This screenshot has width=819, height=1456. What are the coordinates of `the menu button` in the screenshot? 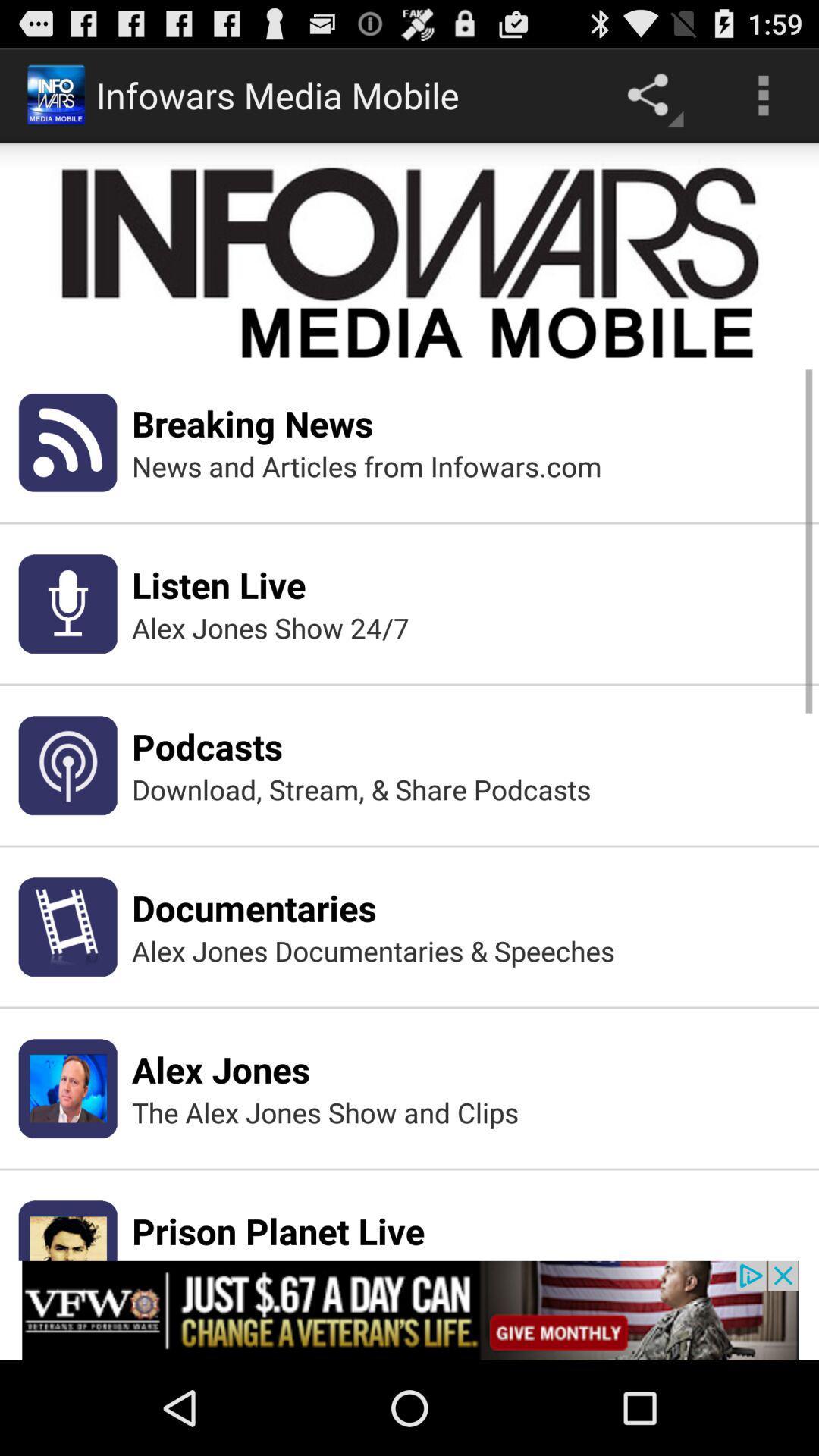 It's located at (763, 94).